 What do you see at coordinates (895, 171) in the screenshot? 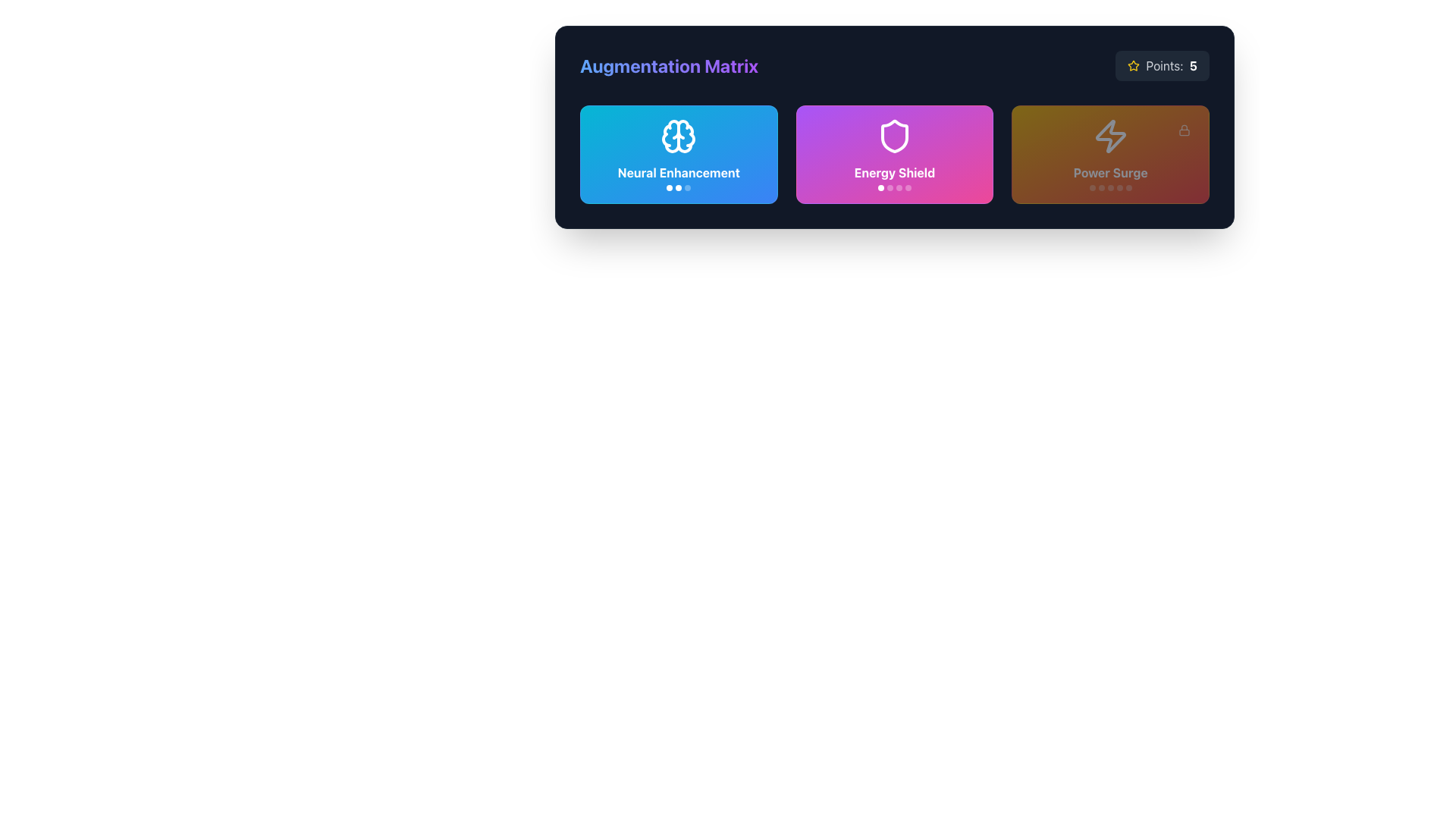
I see `the text label displaying 'Energy Shield', which is styled in bold white font against a vibrant purple background, located within the rectangular card under the shield-shaped icon` at bounding box center [895, 171].